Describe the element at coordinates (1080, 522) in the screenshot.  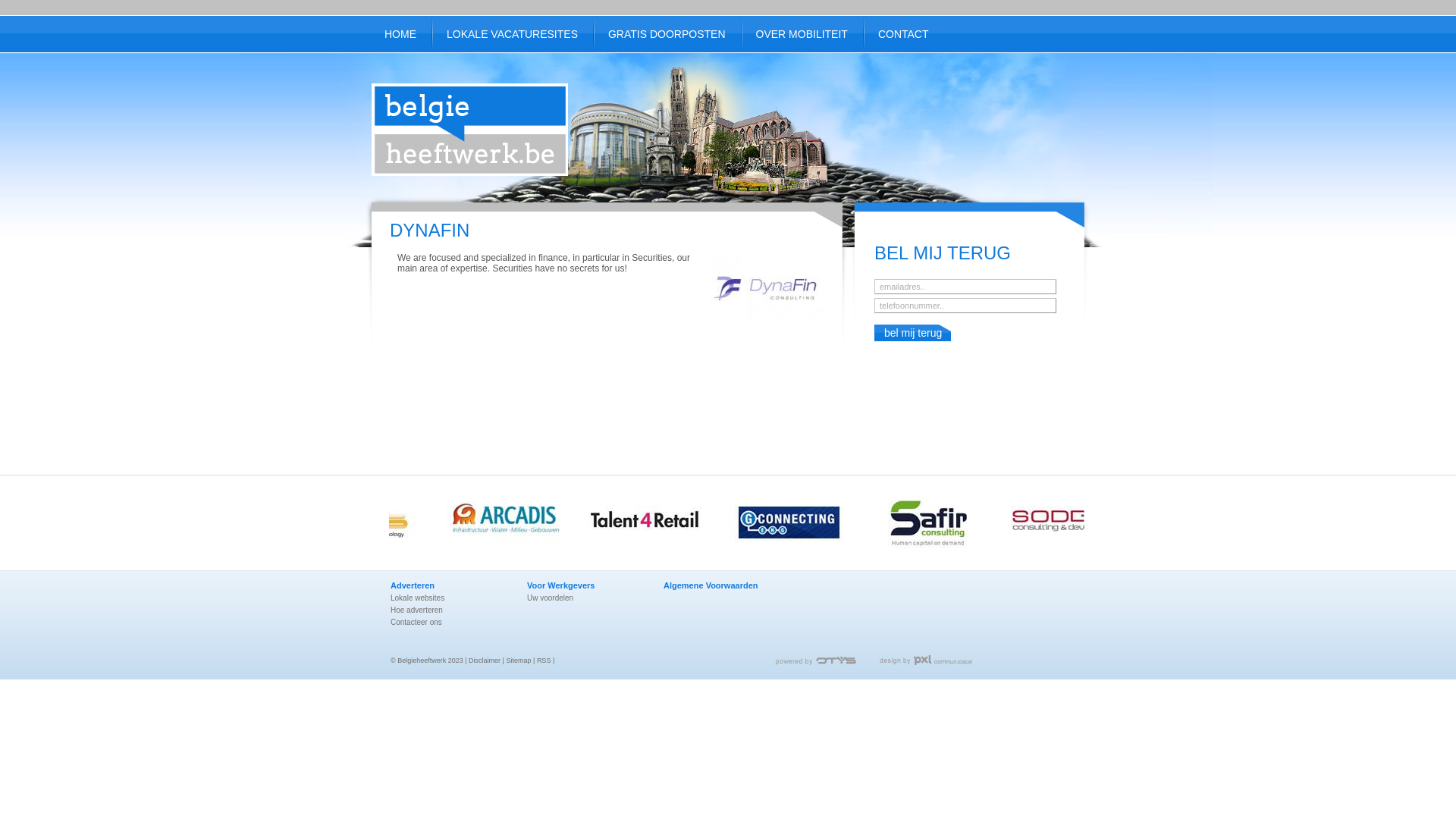
I see `'Sodeva Consulting & Development'` at that location.